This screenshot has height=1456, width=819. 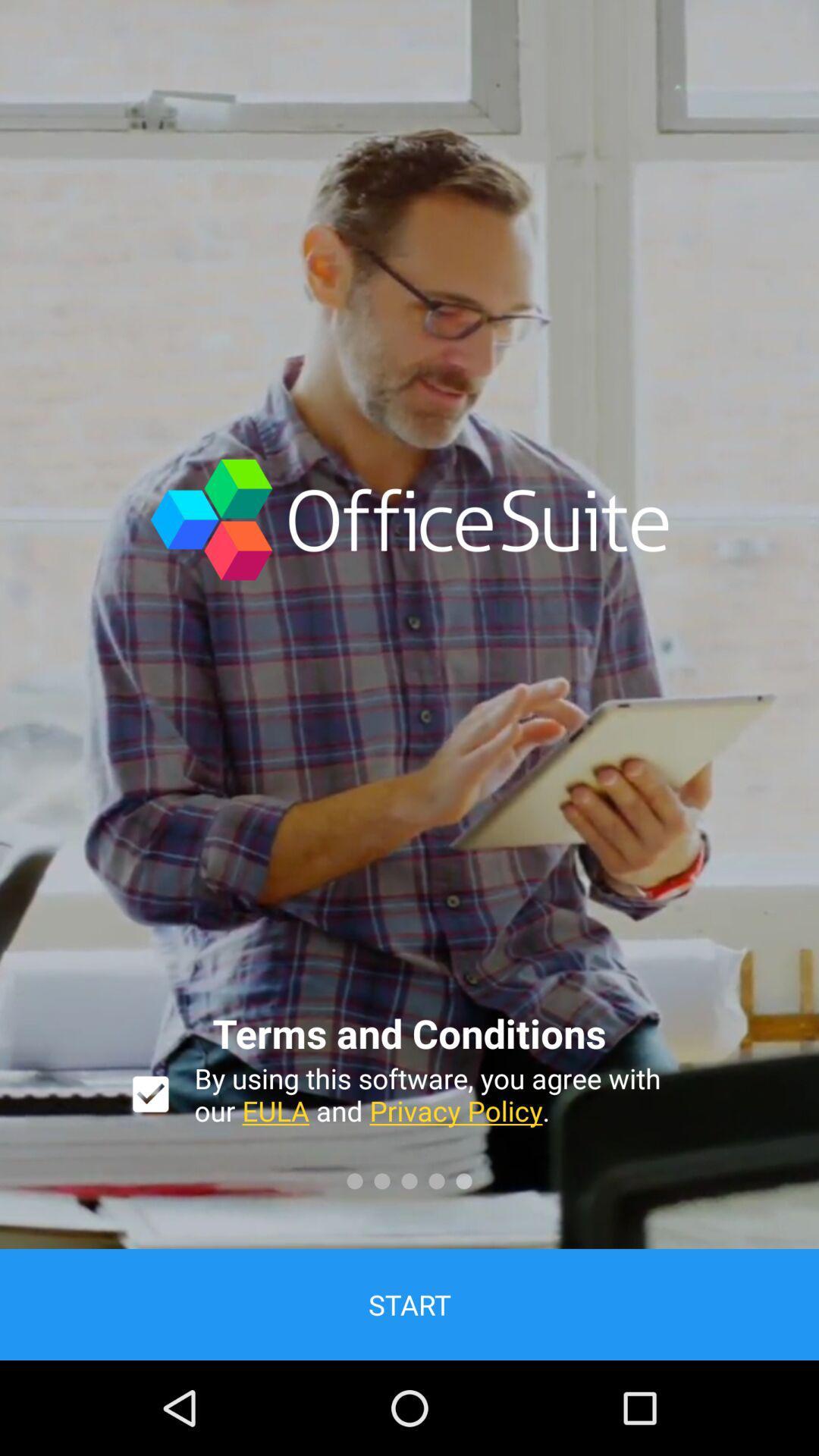 What do you see at coordinates (150, 1094) in the screenshot?
I see `box` at bounding box center [150, 1094].